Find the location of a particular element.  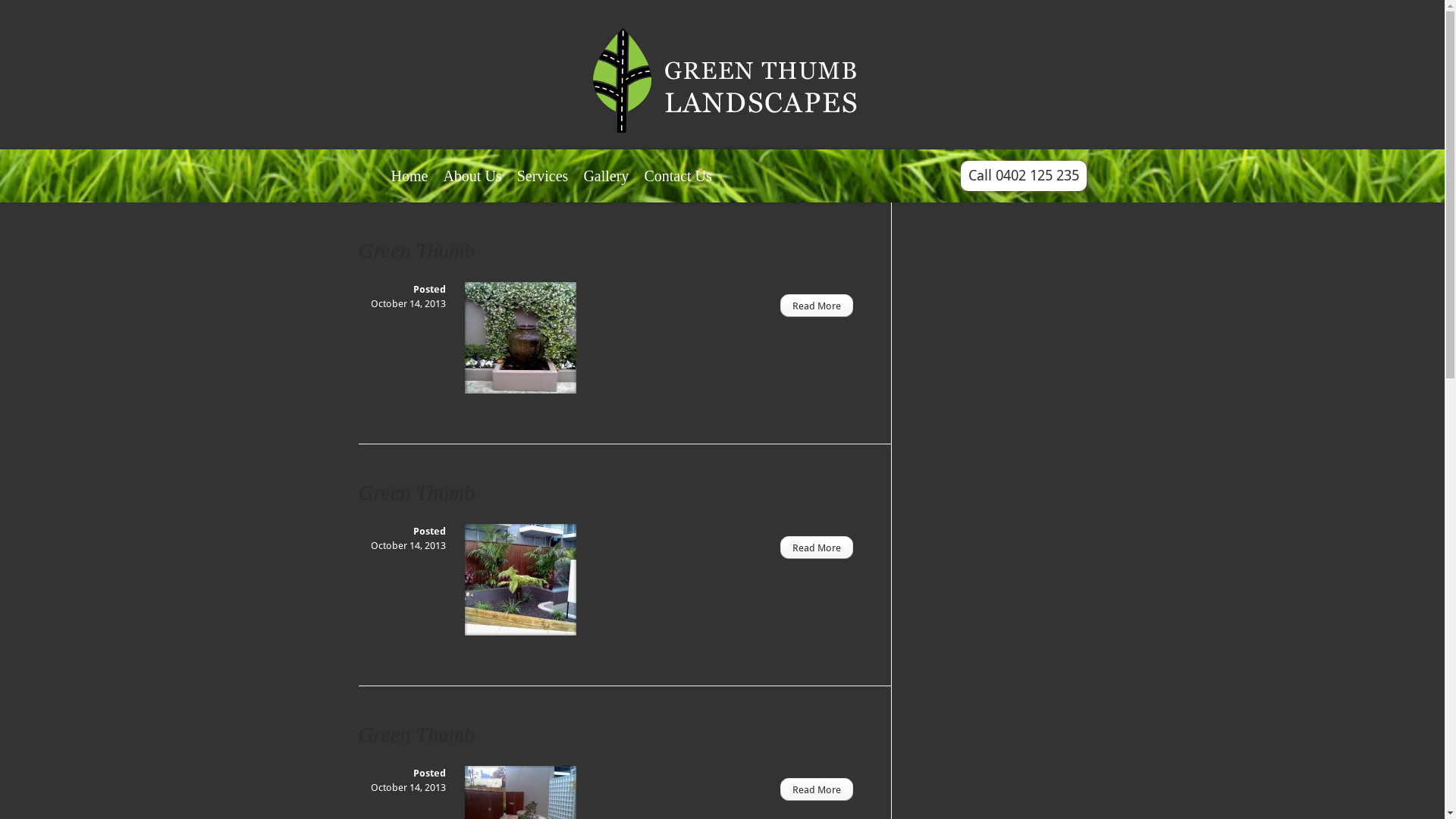

'Green Thumb' is located at coordinates (416, 733).